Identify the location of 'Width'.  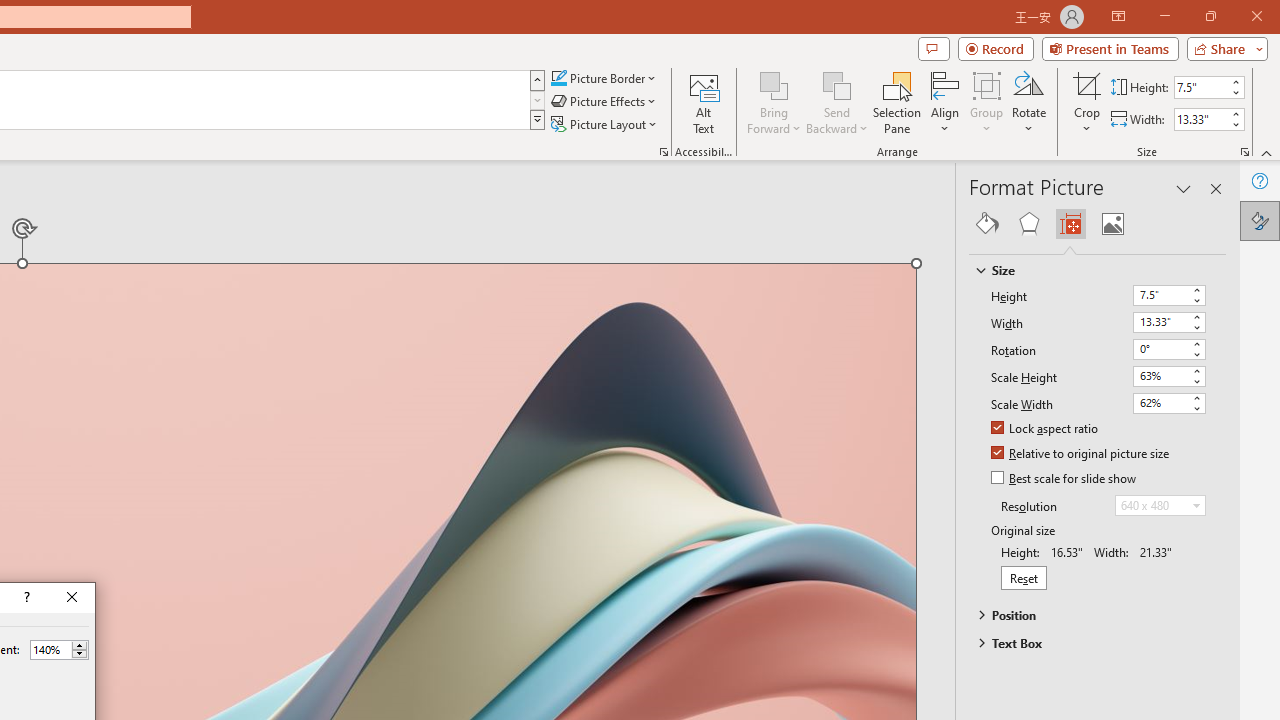
(1160, 321).